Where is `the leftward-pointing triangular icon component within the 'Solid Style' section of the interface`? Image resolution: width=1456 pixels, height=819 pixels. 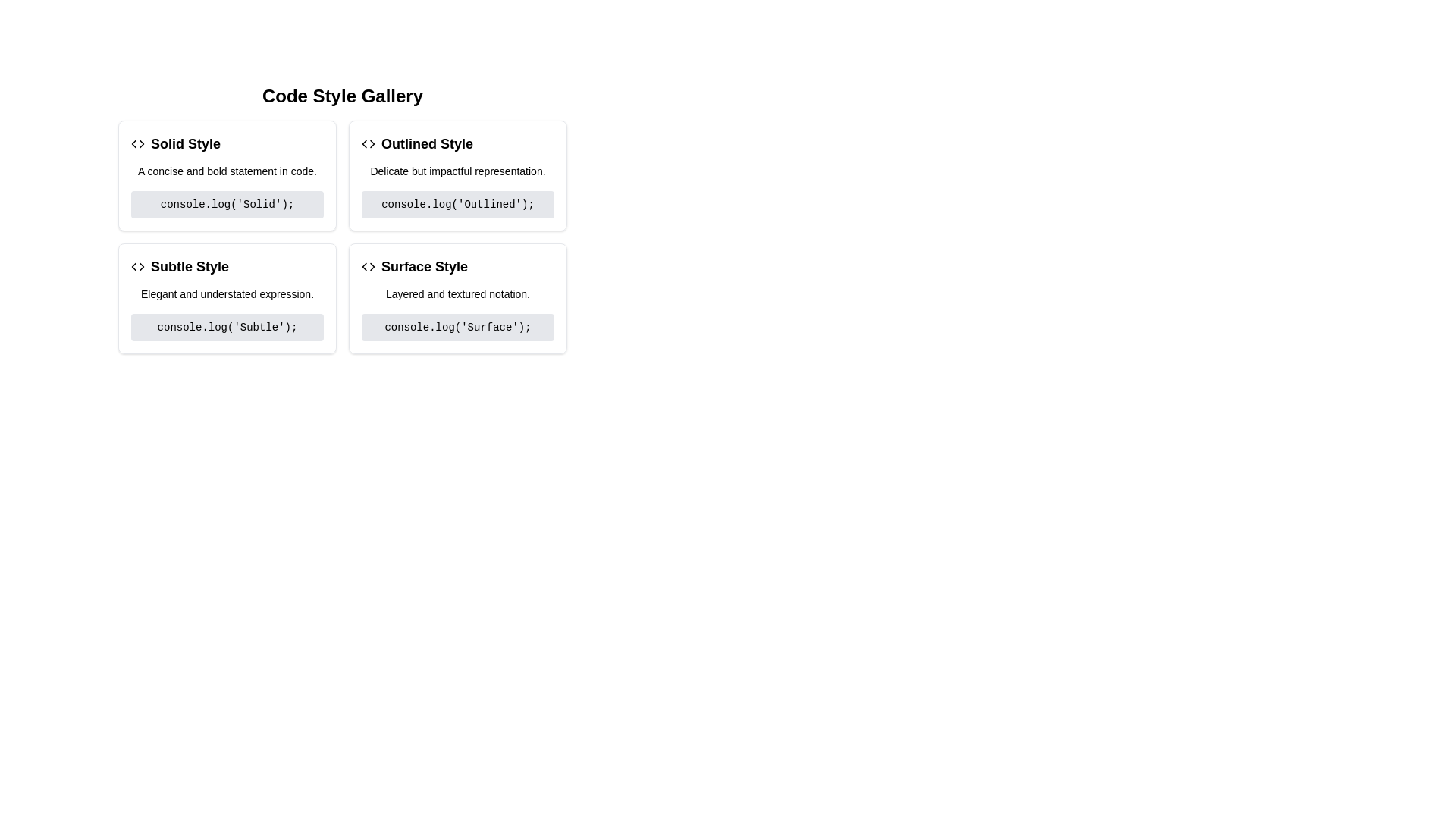
the leftward-pointing triangular icon component within the 'Solid Style' section of the interface is located at coordinates (133, 143).